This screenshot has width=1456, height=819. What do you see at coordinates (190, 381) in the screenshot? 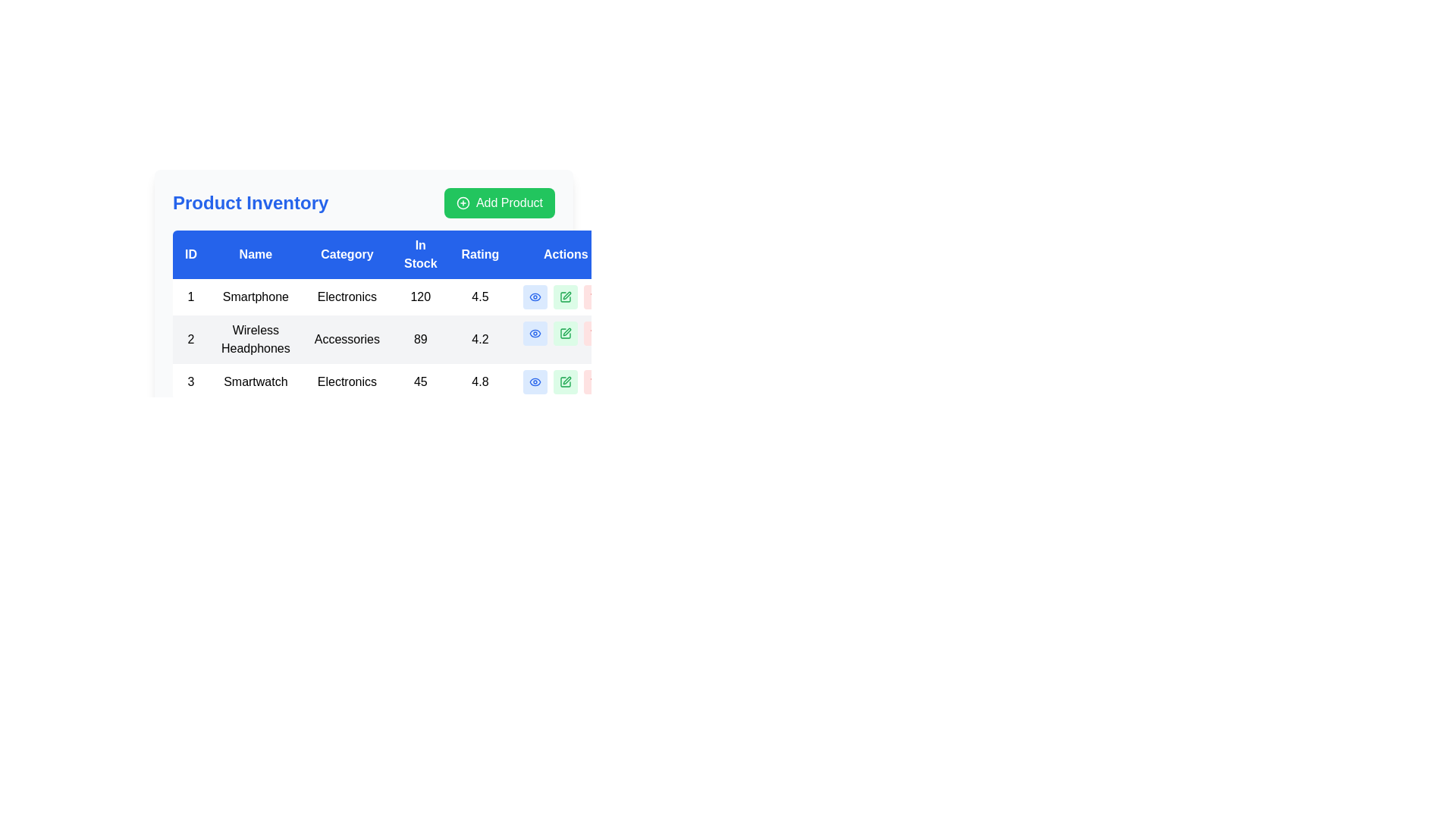
I see `the numerical text '3' in the ID column of the 'Smartwatch' row` at bounding box center [190, 381].